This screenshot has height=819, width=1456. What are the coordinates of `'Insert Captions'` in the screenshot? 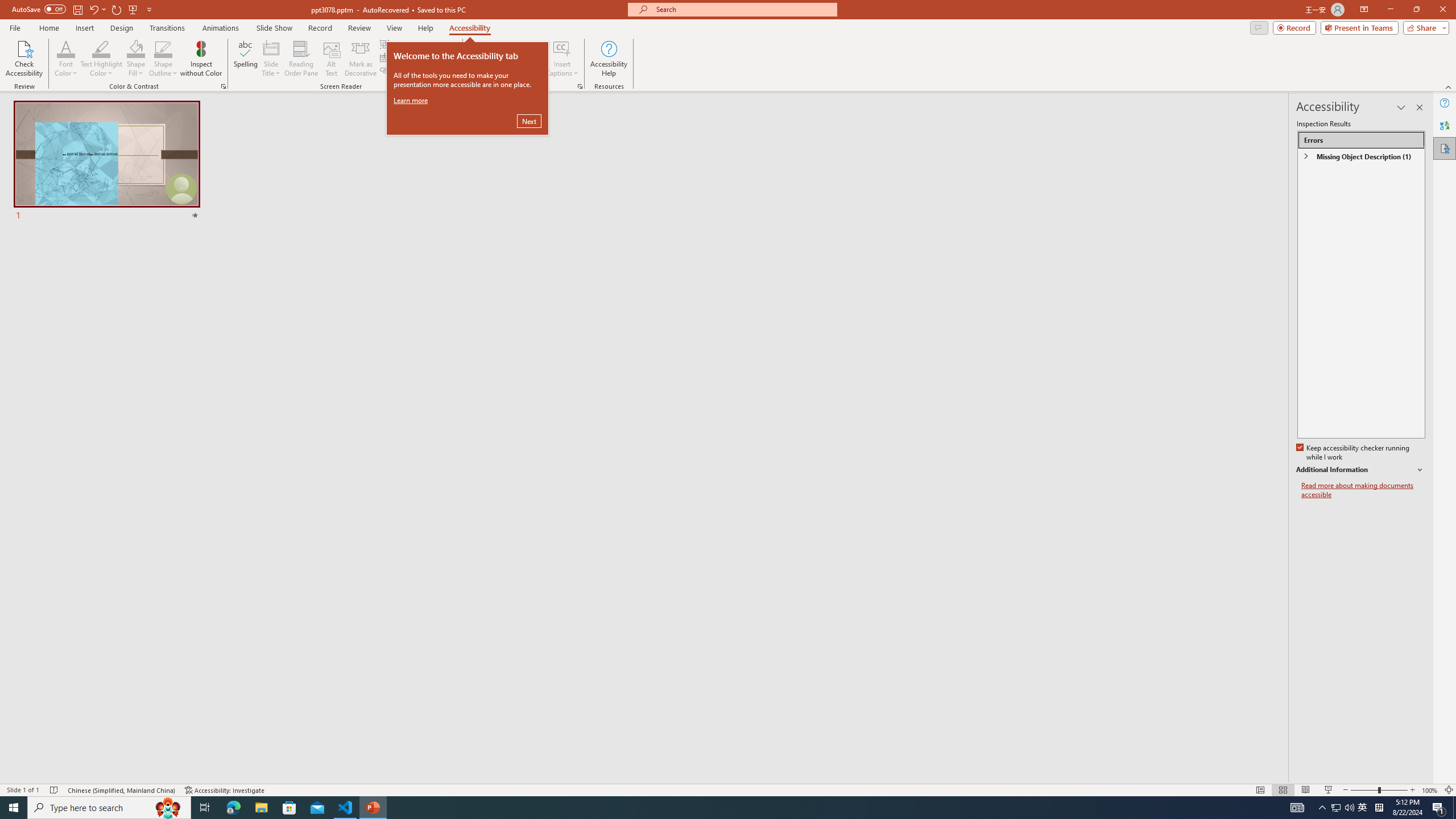 It's located at (561, 59).